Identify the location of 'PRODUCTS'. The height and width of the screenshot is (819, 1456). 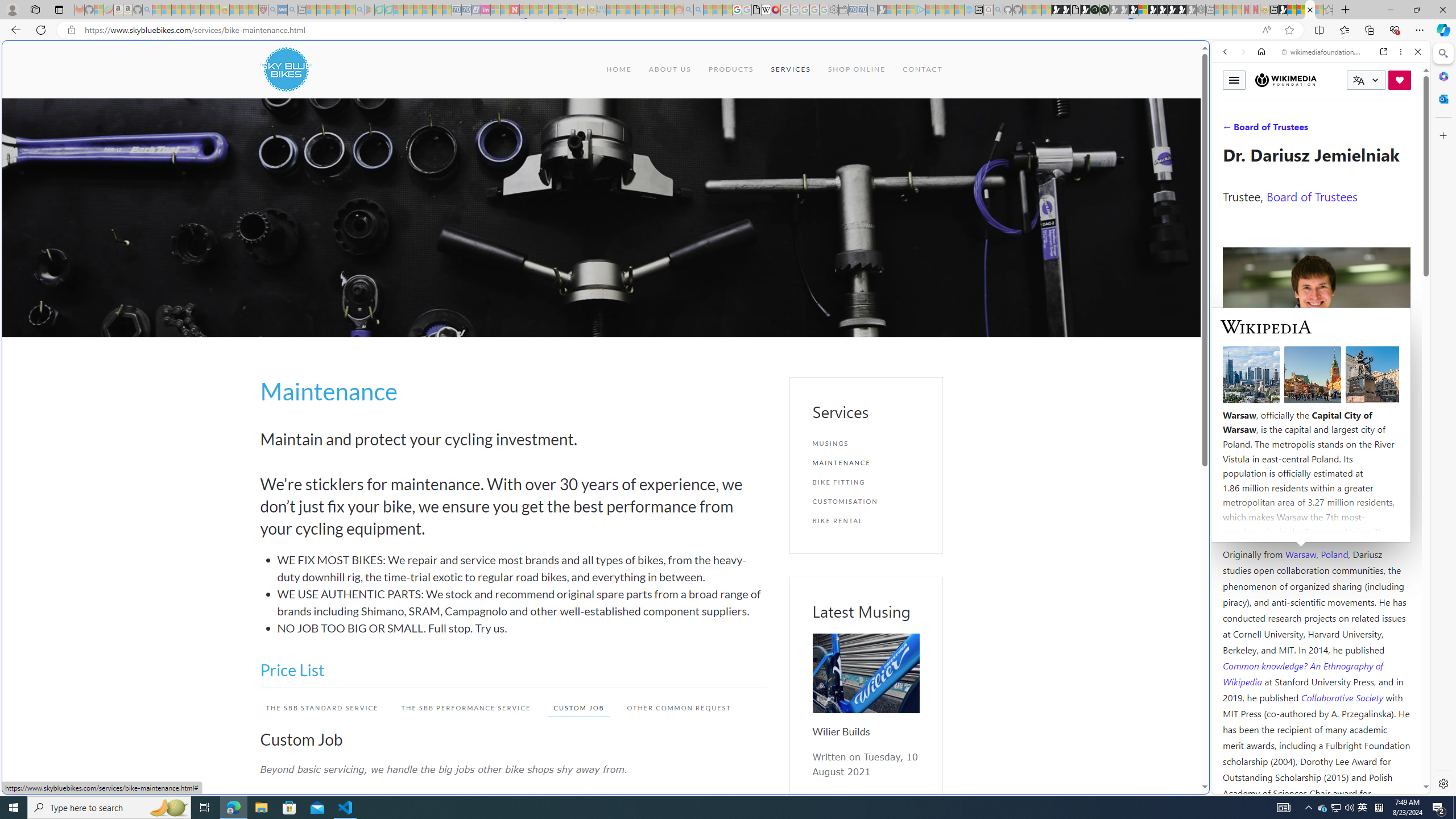
(730, 68).